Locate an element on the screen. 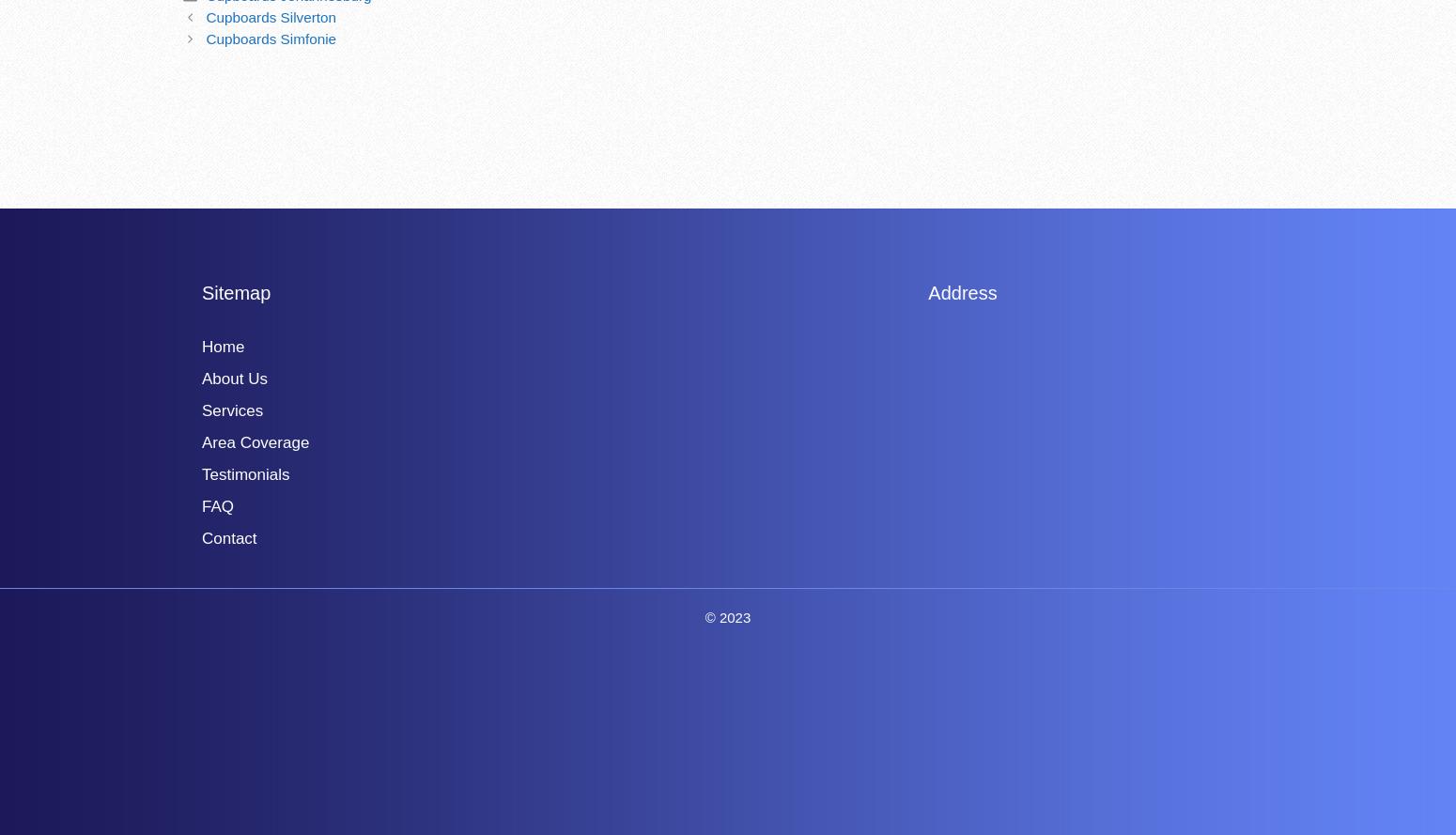 This screenshot has width=1456, height=835. 'Address' is located at coordinates (962, 291).